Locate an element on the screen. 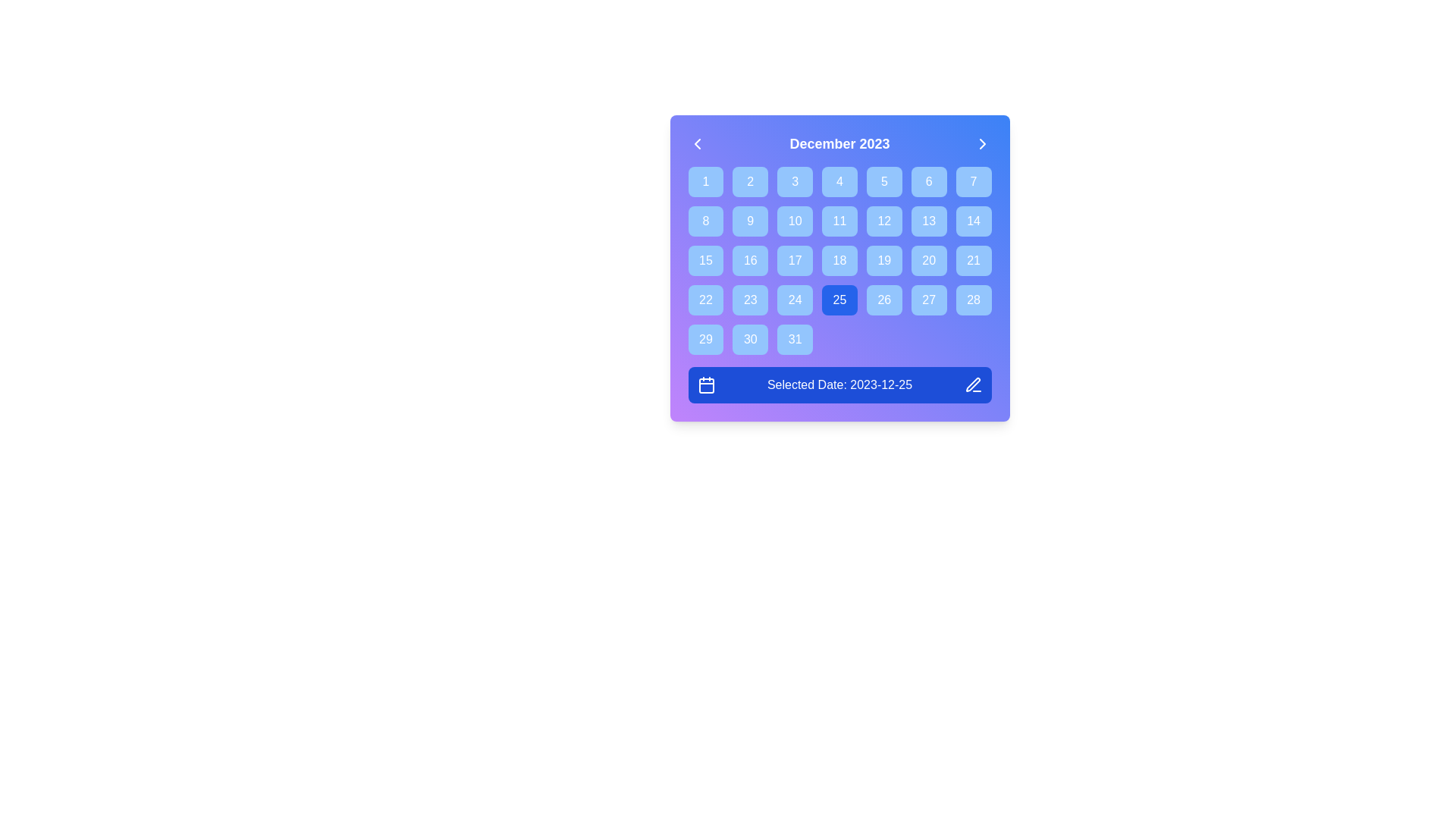 Image resolution: width=1456 pixels, height=819 pixels. the rectangular light blue button with a centered white number '1' is located at coordinates (705, 180).